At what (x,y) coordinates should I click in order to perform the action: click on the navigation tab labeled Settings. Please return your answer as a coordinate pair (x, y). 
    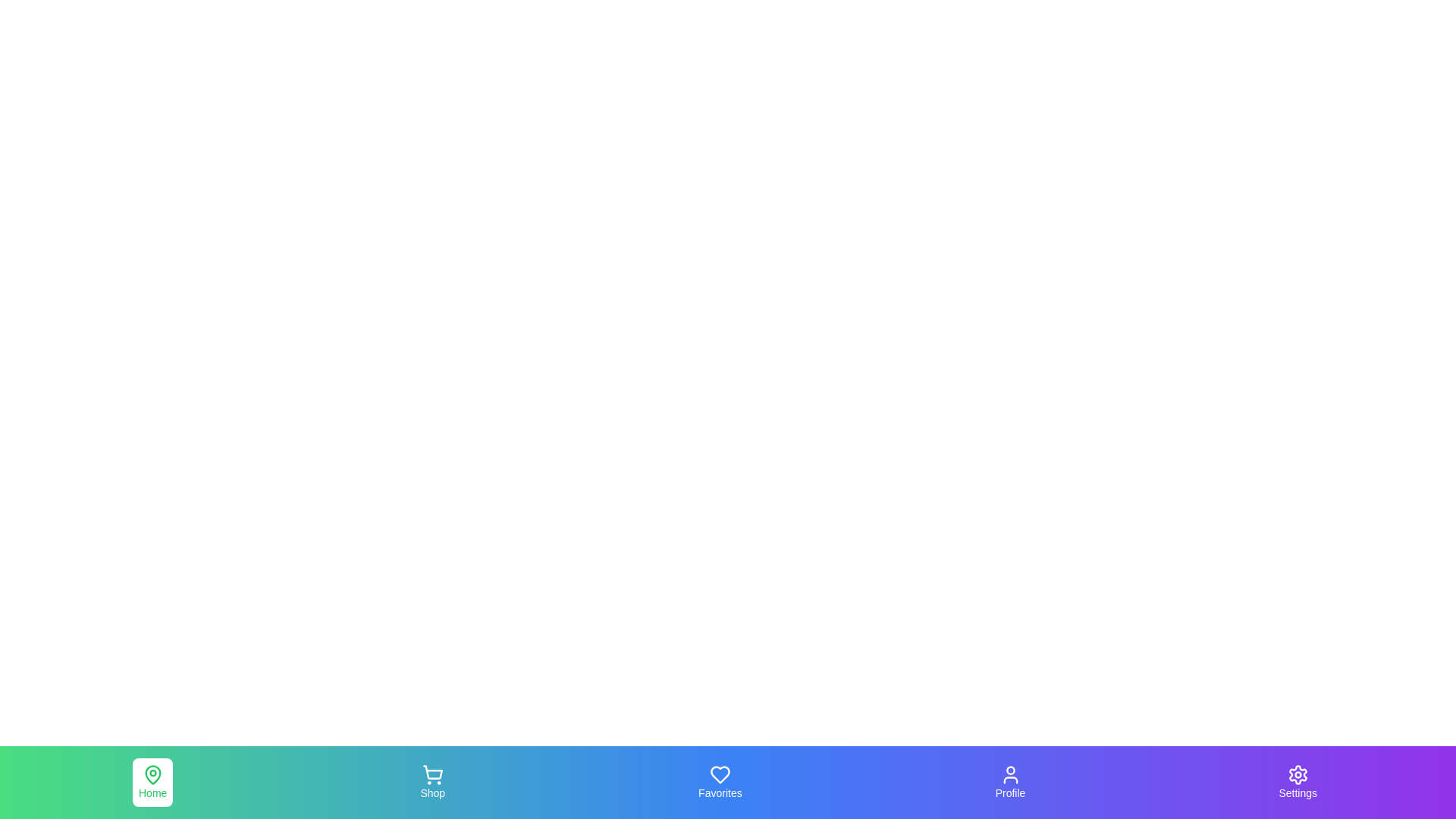
    Looking at the image, I should click on (1297, 783).